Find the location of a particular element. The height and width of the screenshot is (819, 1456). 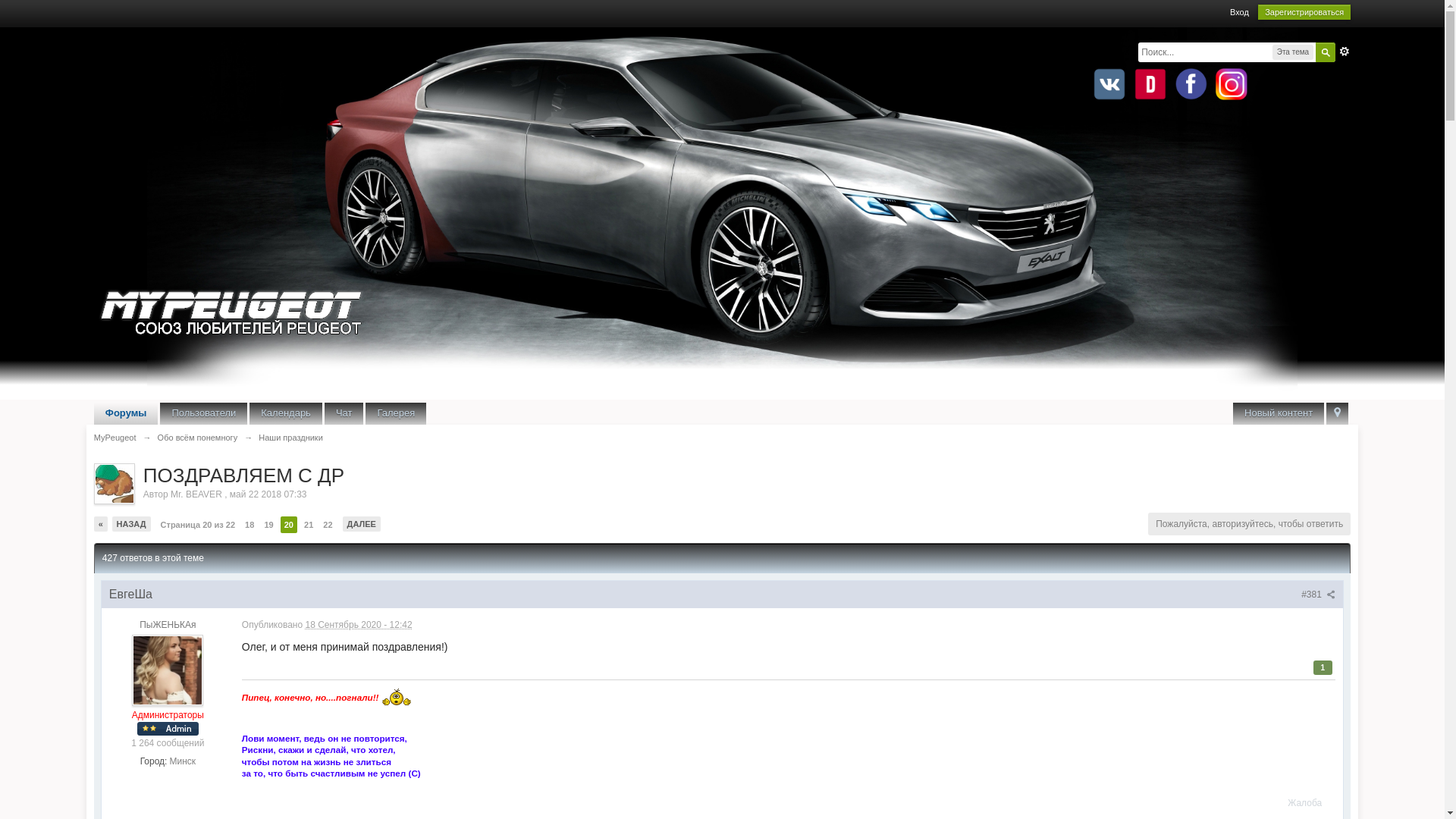

'#381' is located at coordinates (1317, 593).